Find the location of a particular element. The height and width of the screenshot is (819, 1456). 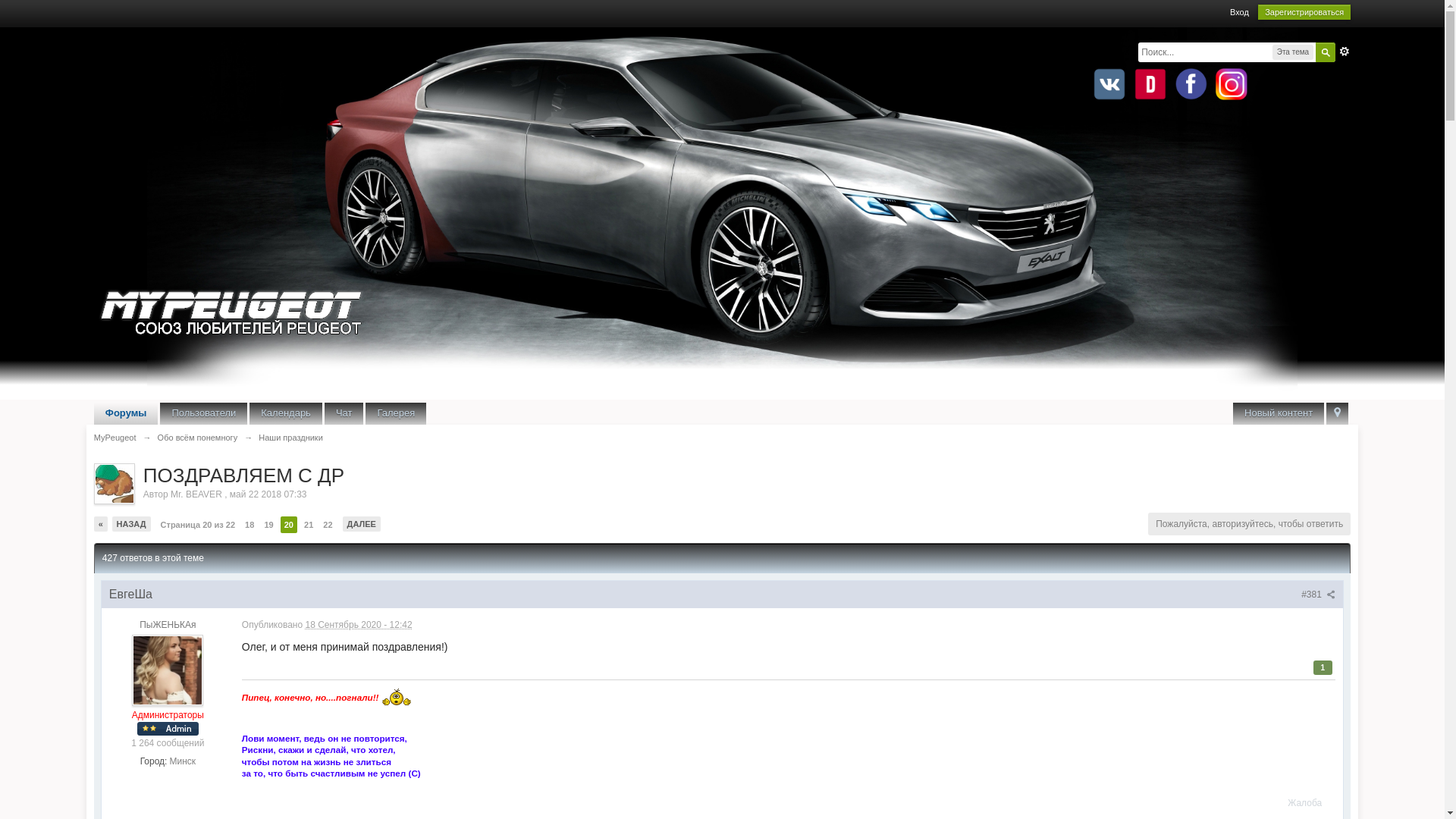

'#381' is located at coordinates (1317, 593).